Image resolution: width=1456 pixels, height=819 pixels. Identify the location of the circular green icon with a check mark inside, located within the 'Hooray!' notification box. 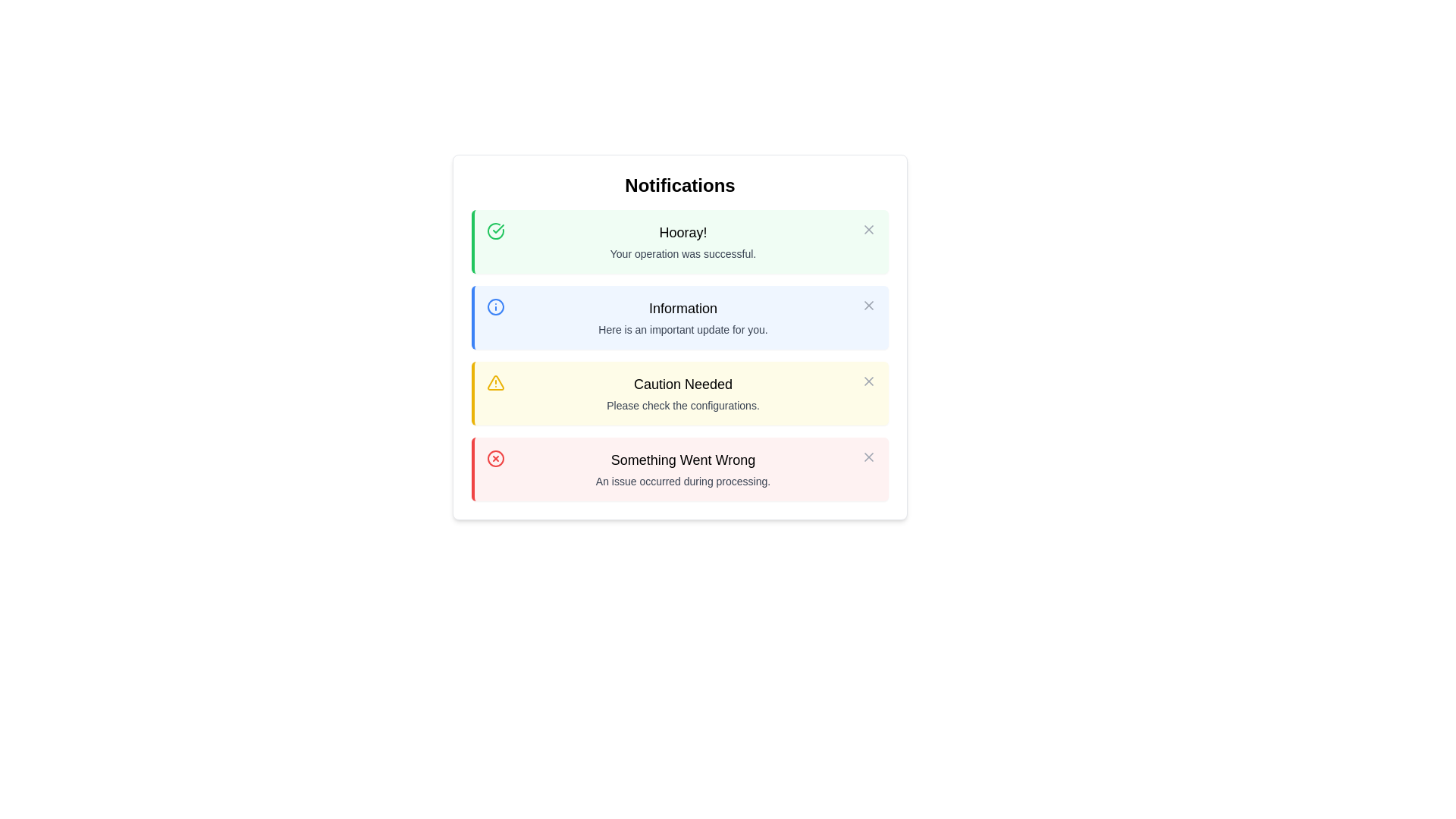
(495, 231).